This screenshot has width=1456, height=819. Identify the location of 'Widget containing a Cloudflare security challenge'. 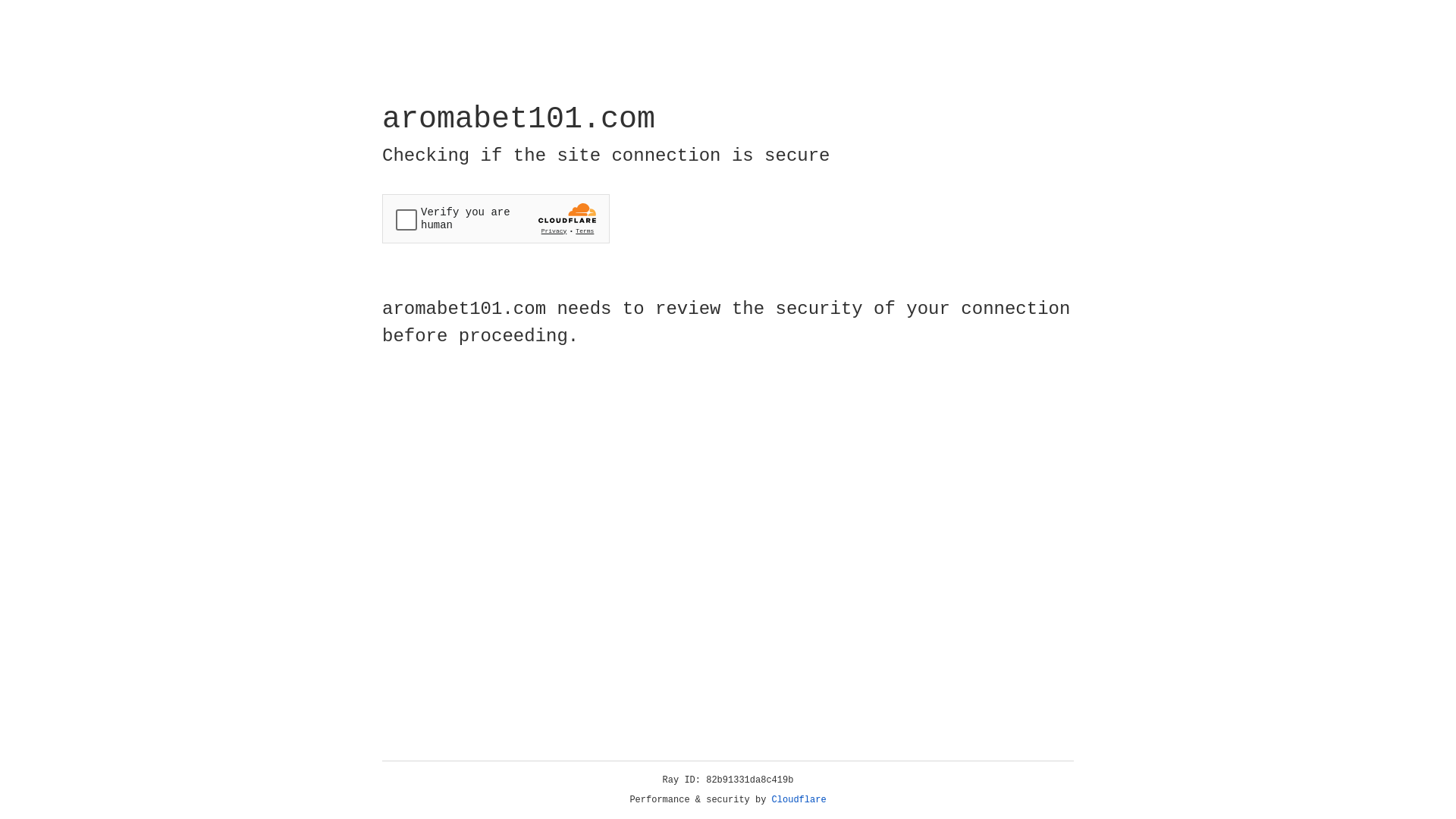
(495, 218).